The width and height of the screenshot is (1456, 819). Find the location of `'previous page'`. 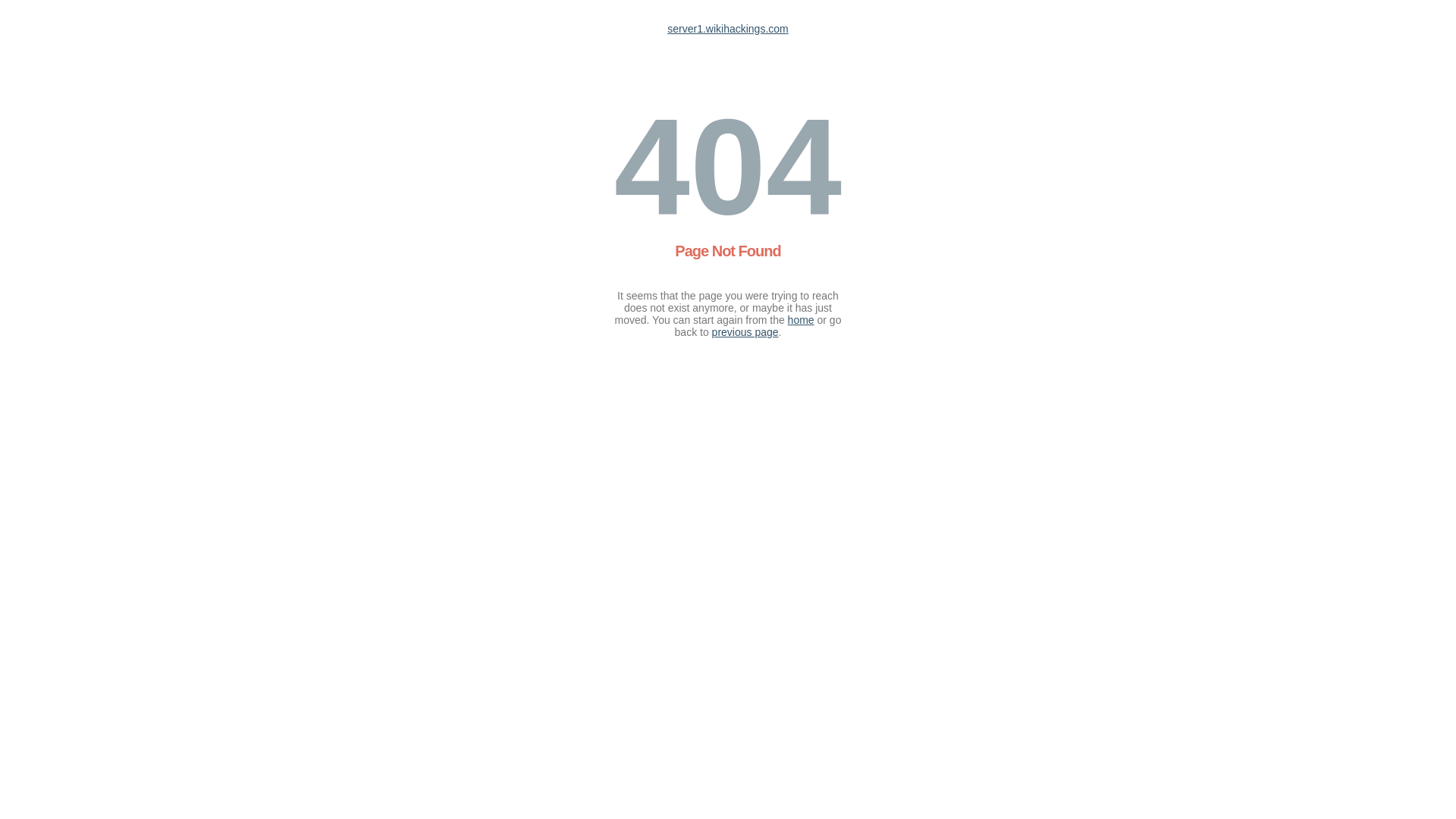

'previous page' is located at coordinates (711, 331).